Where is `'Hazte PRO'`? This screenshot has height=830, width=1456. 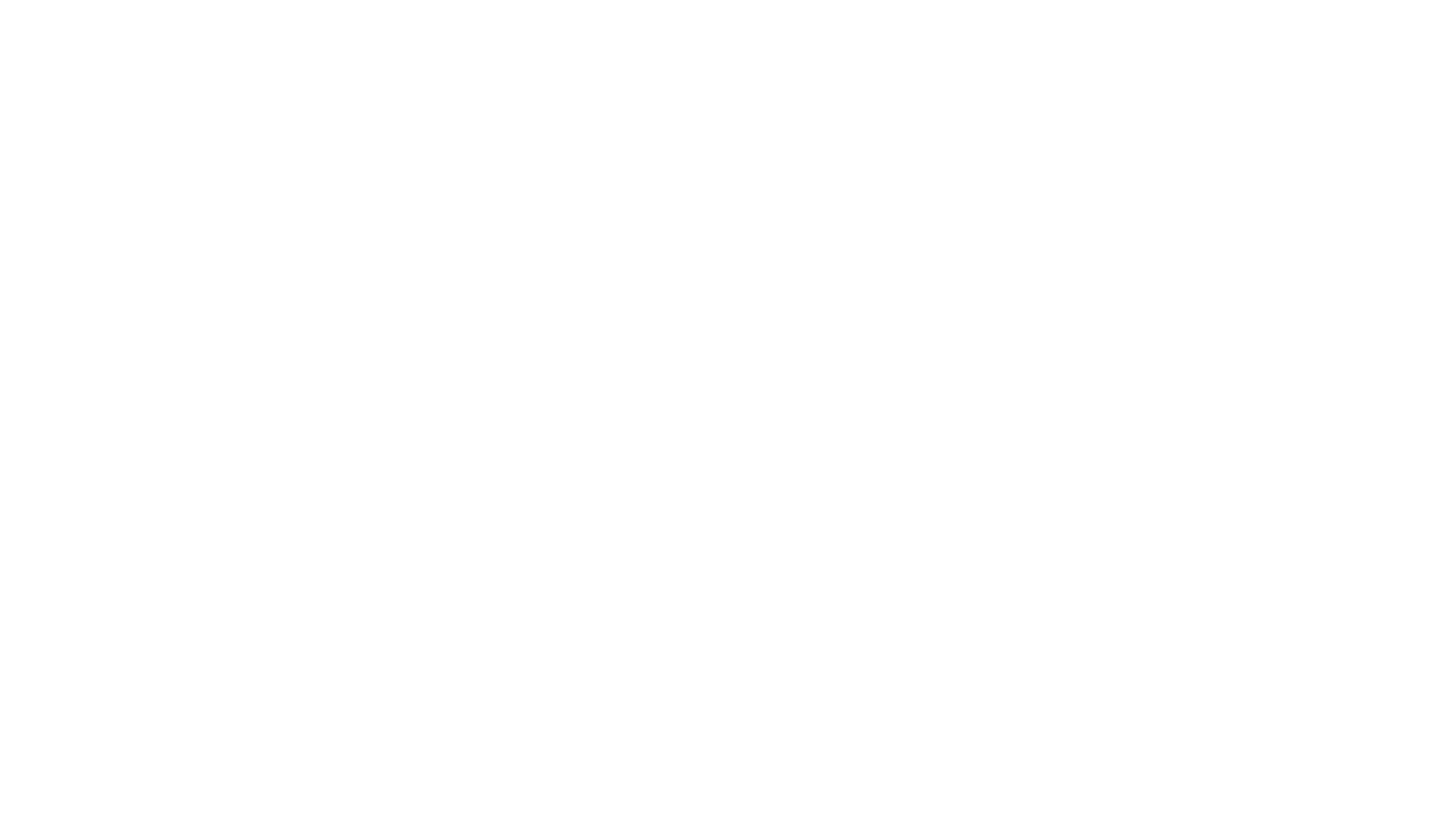
'Hazte PRO' is located at coordinates (158, 661).